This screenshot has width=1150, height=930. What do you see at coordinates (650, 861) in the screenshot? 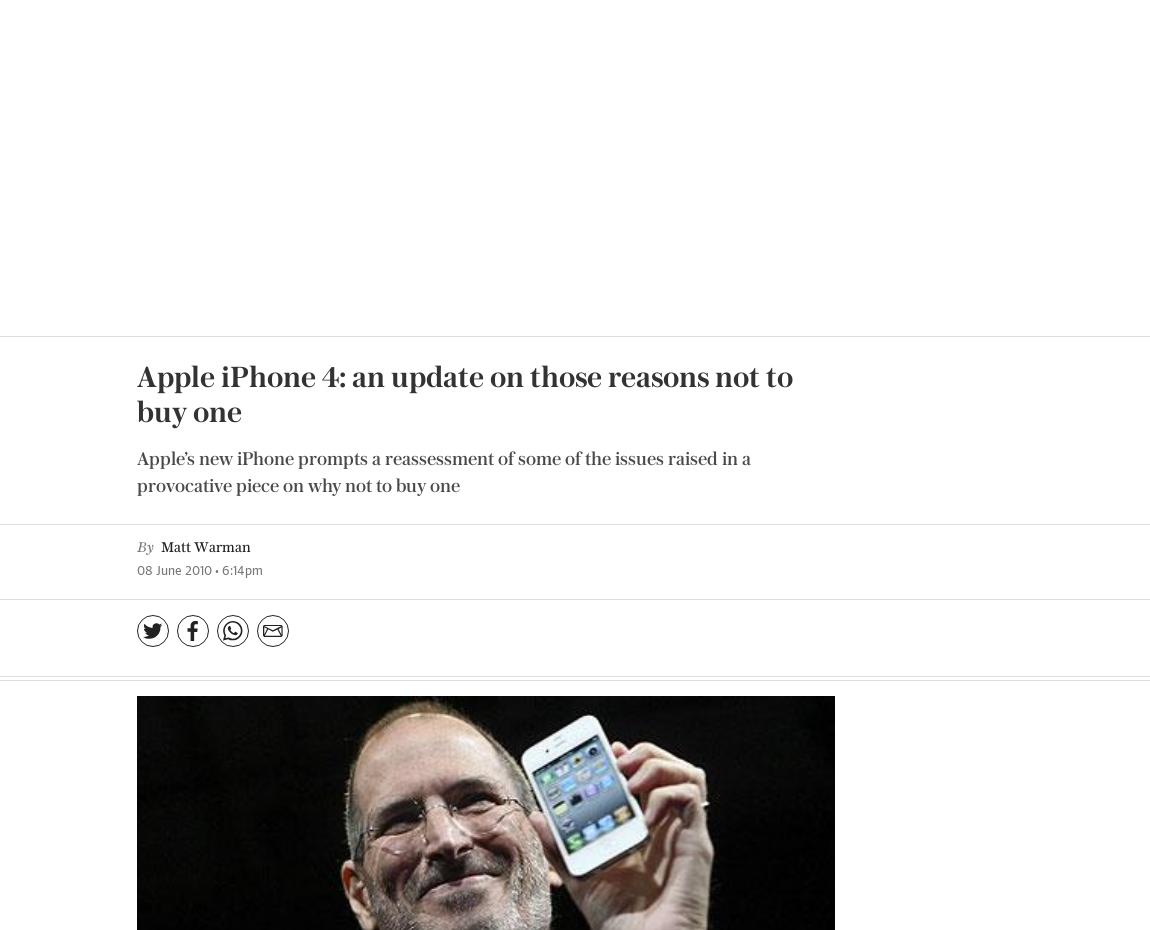
I see `'Log in'` at bounding box center [650, 861].